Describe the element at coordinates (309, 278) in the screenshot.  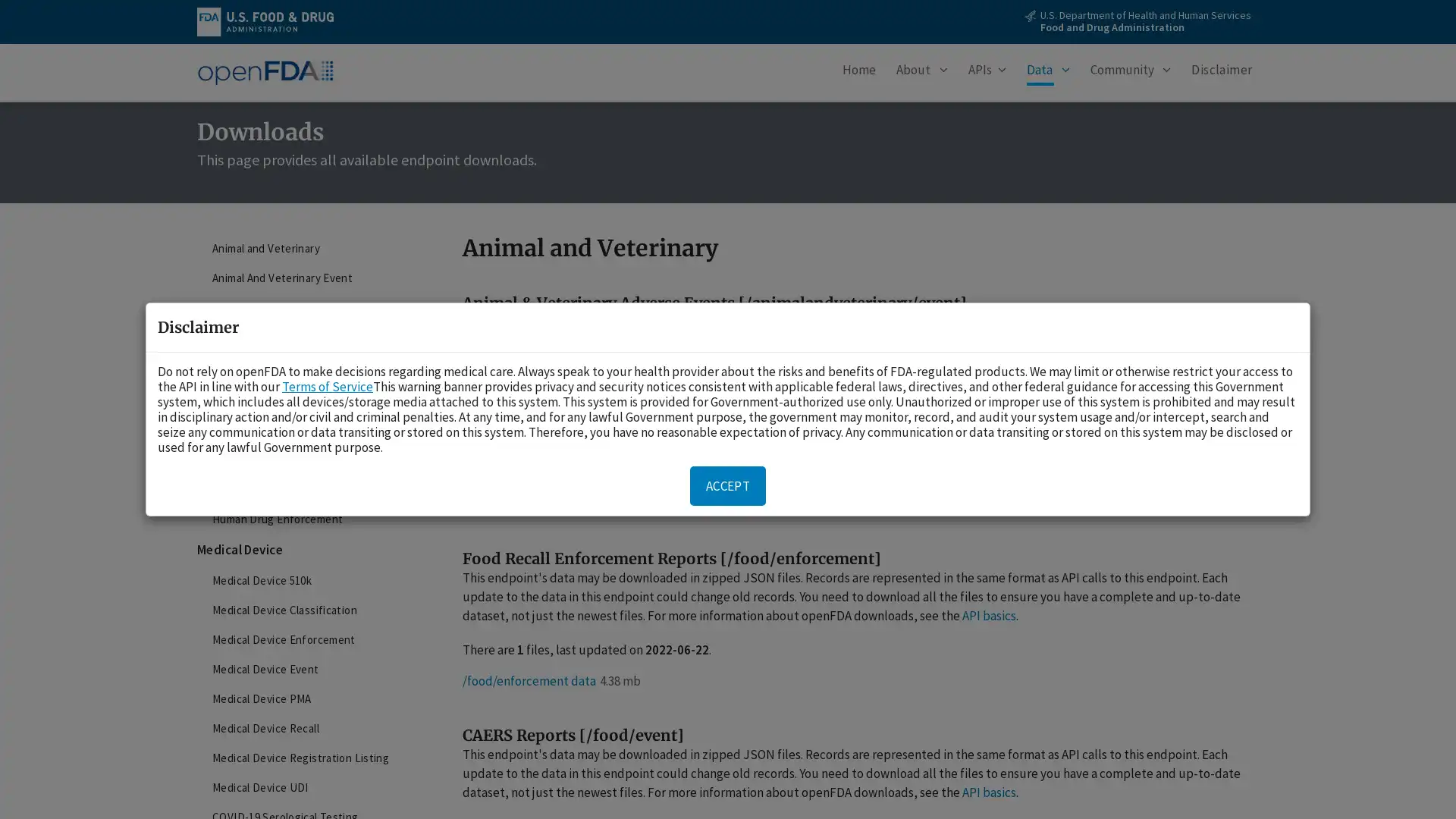
I see `Animal And Veterinary Event` at that location.